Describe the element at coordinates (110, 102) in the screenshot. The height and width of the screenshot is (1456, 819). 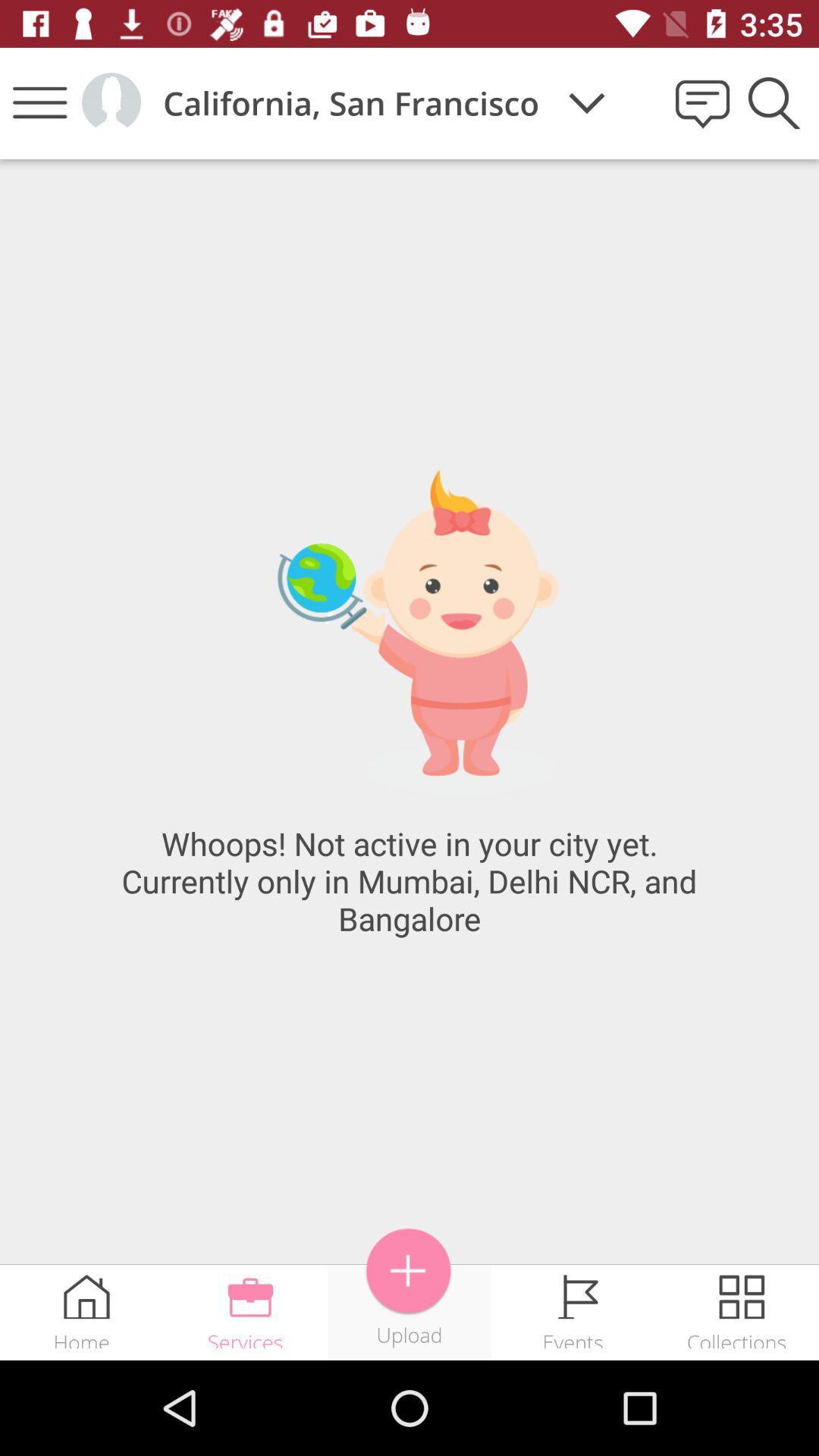
I see `profile` at that location.